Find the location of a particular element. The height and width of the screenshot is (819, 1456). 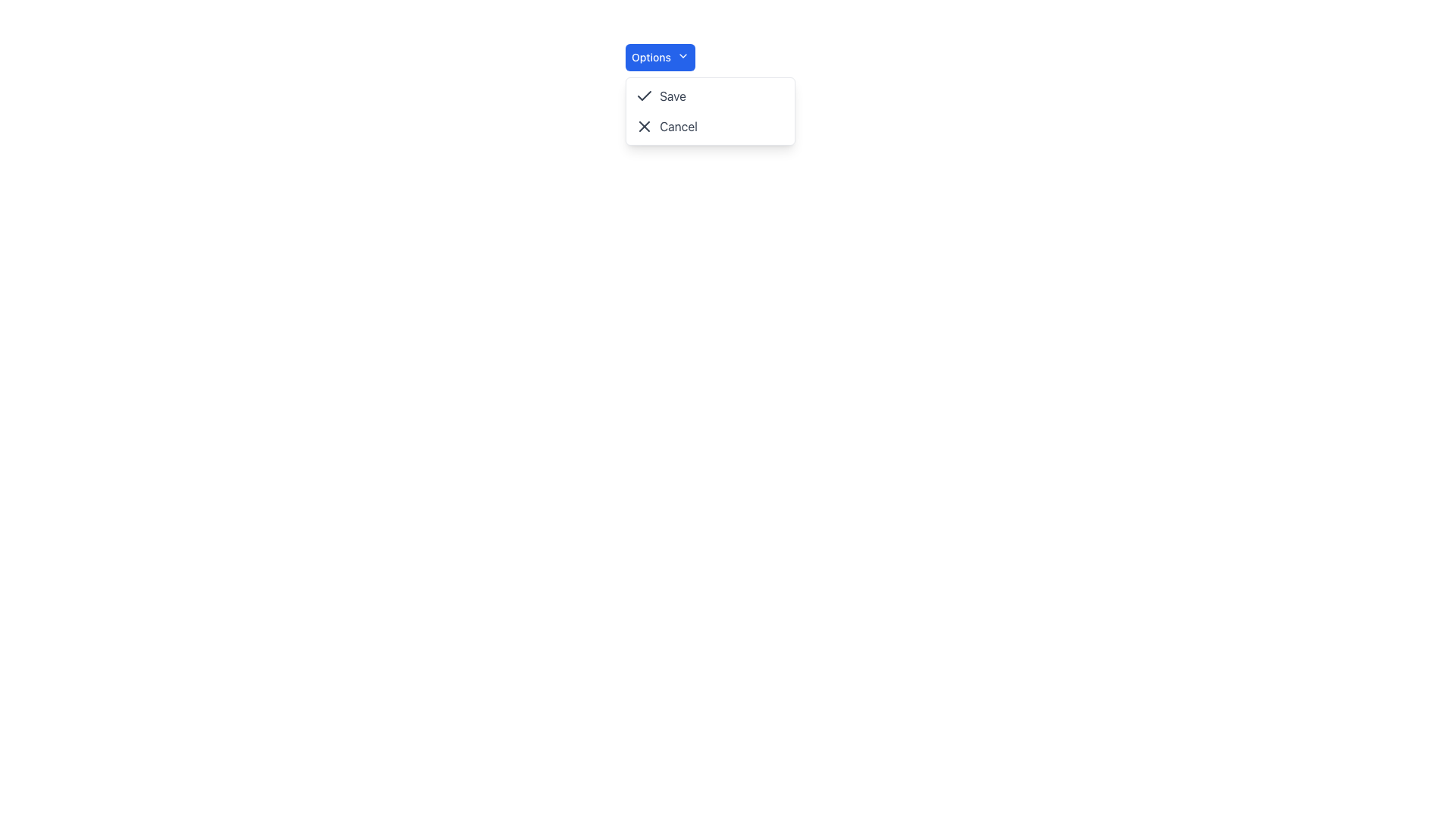

the 'Cancel' option in the dropdown menu located below the 'Options' button in the center of the interface is located at coordinates (710, 110).